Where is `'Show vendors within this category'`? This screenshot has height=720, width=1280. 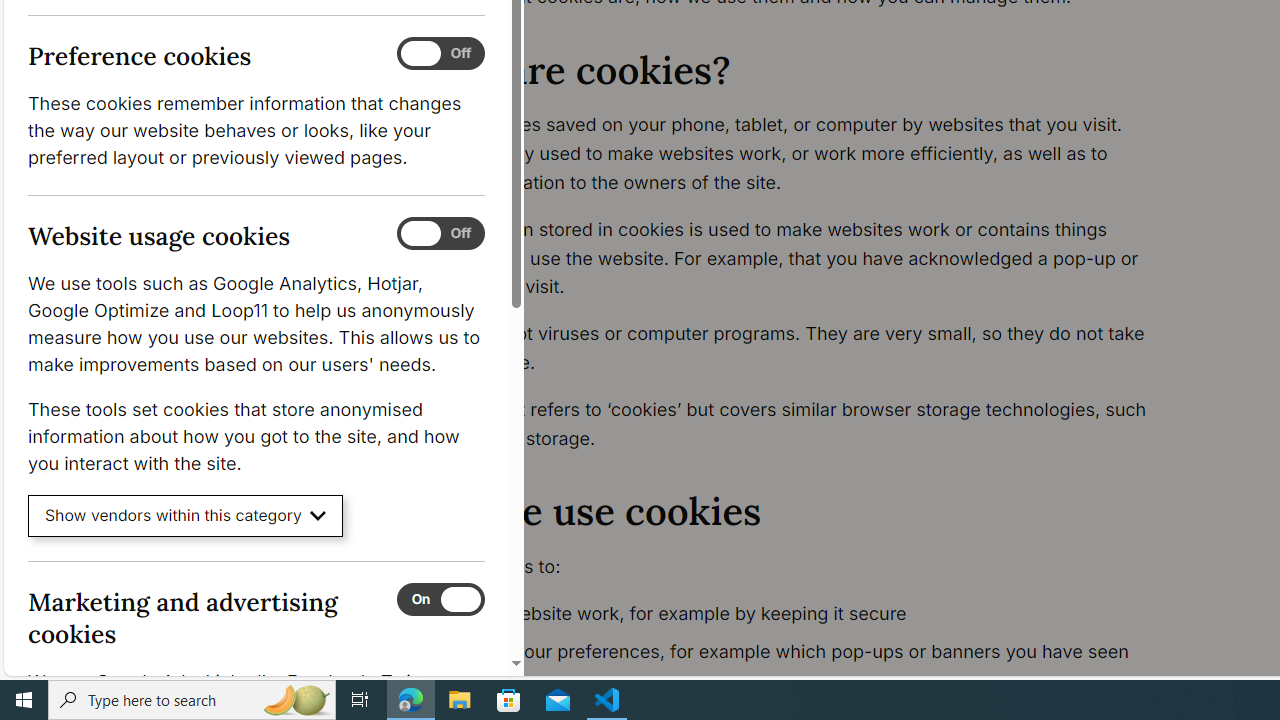 'Show vendors within this category' is located at coordinates (185, 515).